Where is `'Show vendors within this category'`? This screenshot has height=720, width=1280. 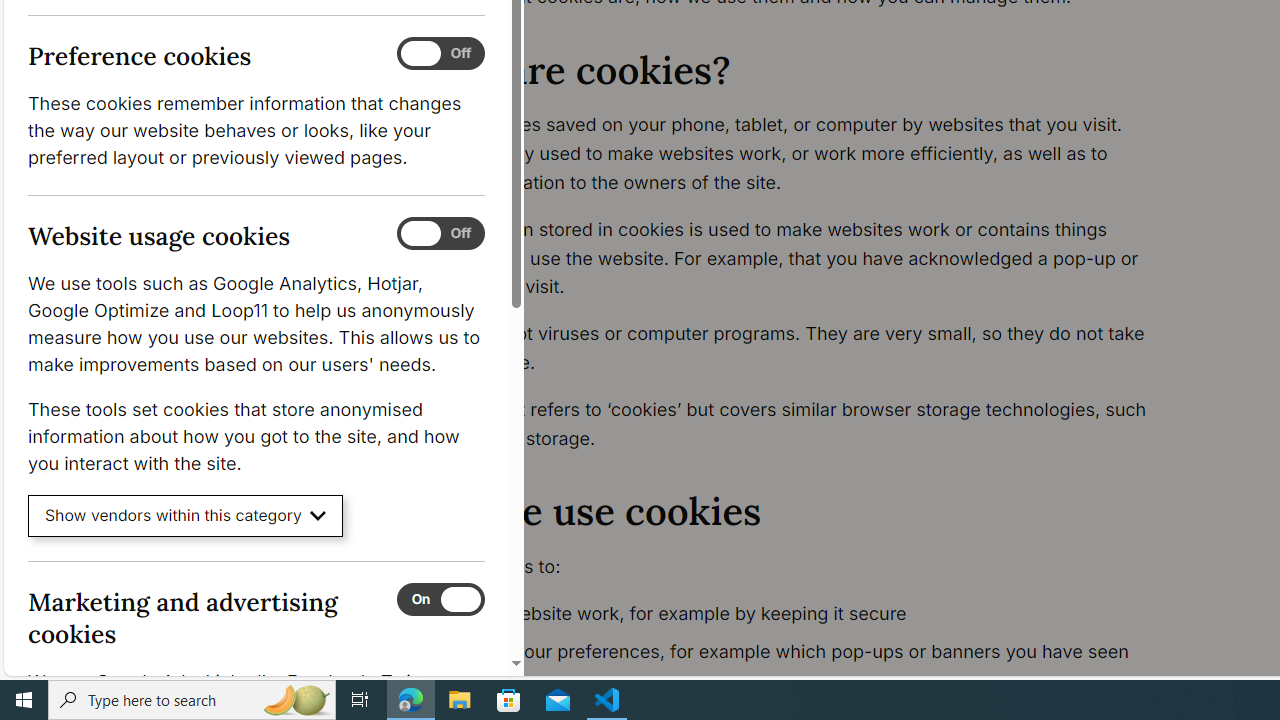 'Show vendors within this category' is located at coordinates (185, 515).